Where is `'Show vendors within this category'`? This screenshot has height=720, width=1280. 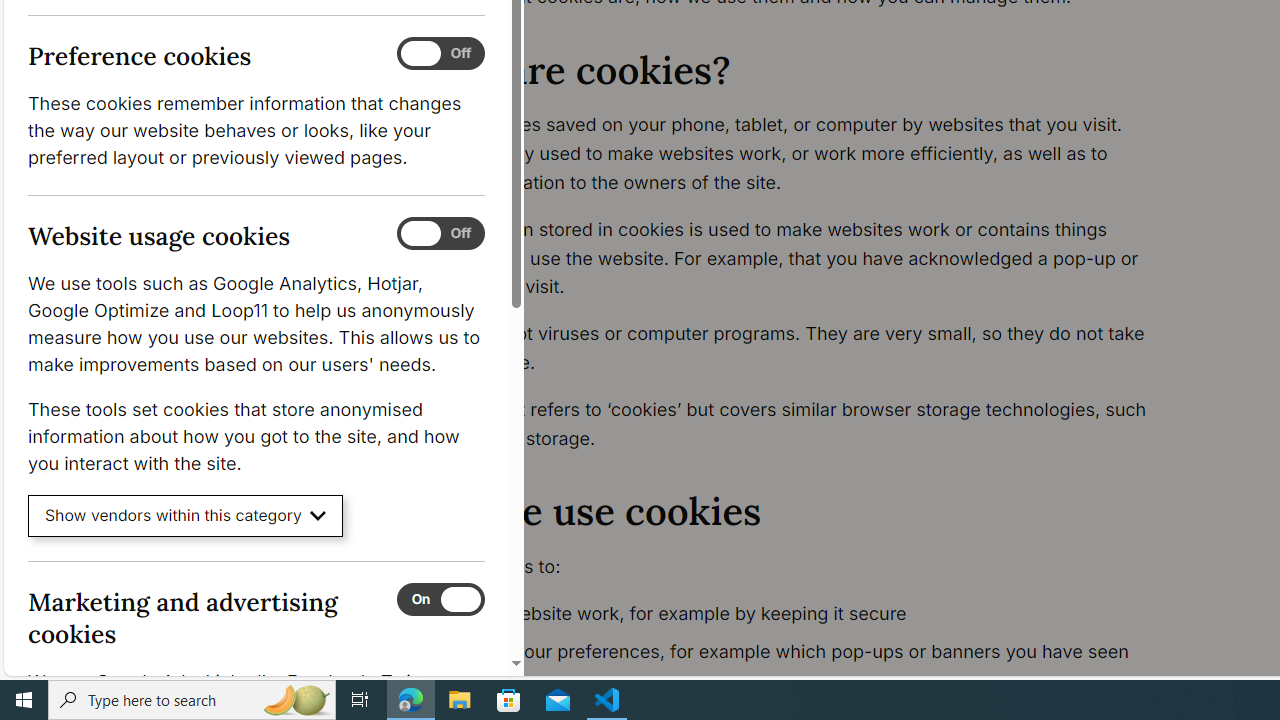 'Show vendors within this category' is located at coordinates (185, 515).